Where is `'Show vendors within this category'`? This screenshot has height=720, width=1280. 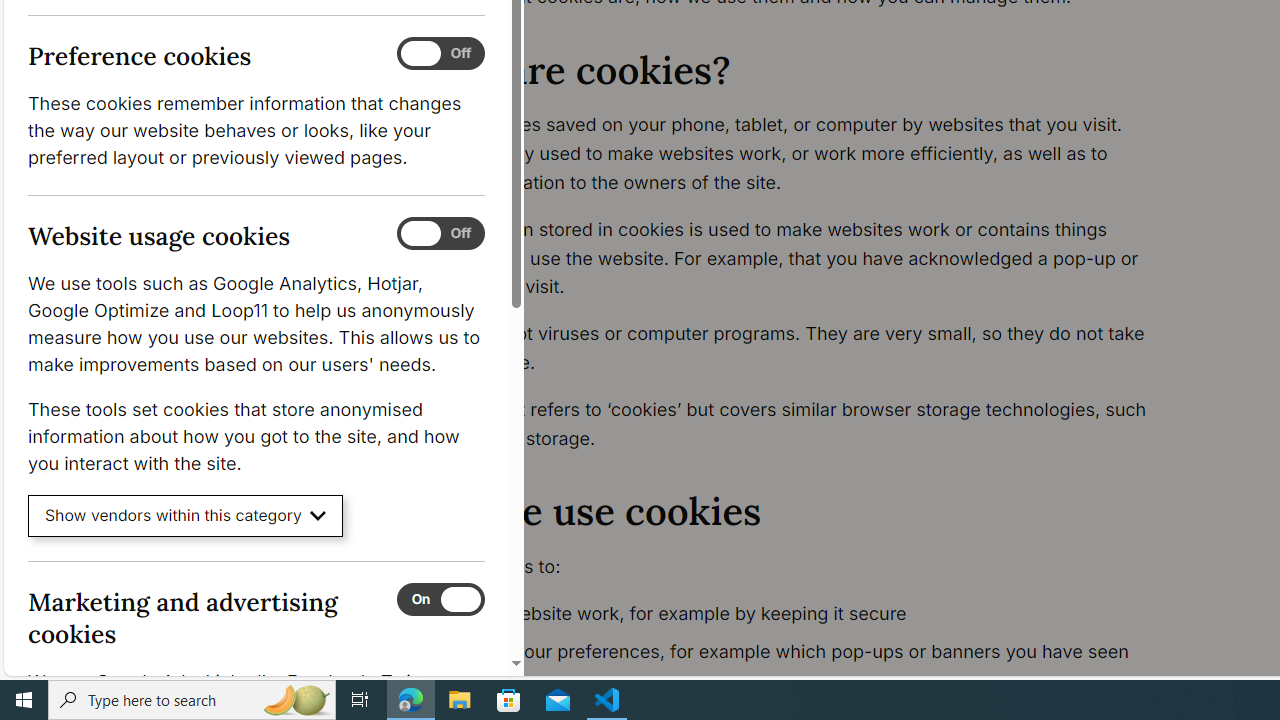 'Show vendors within this category' is located at coordinates (185, 515).